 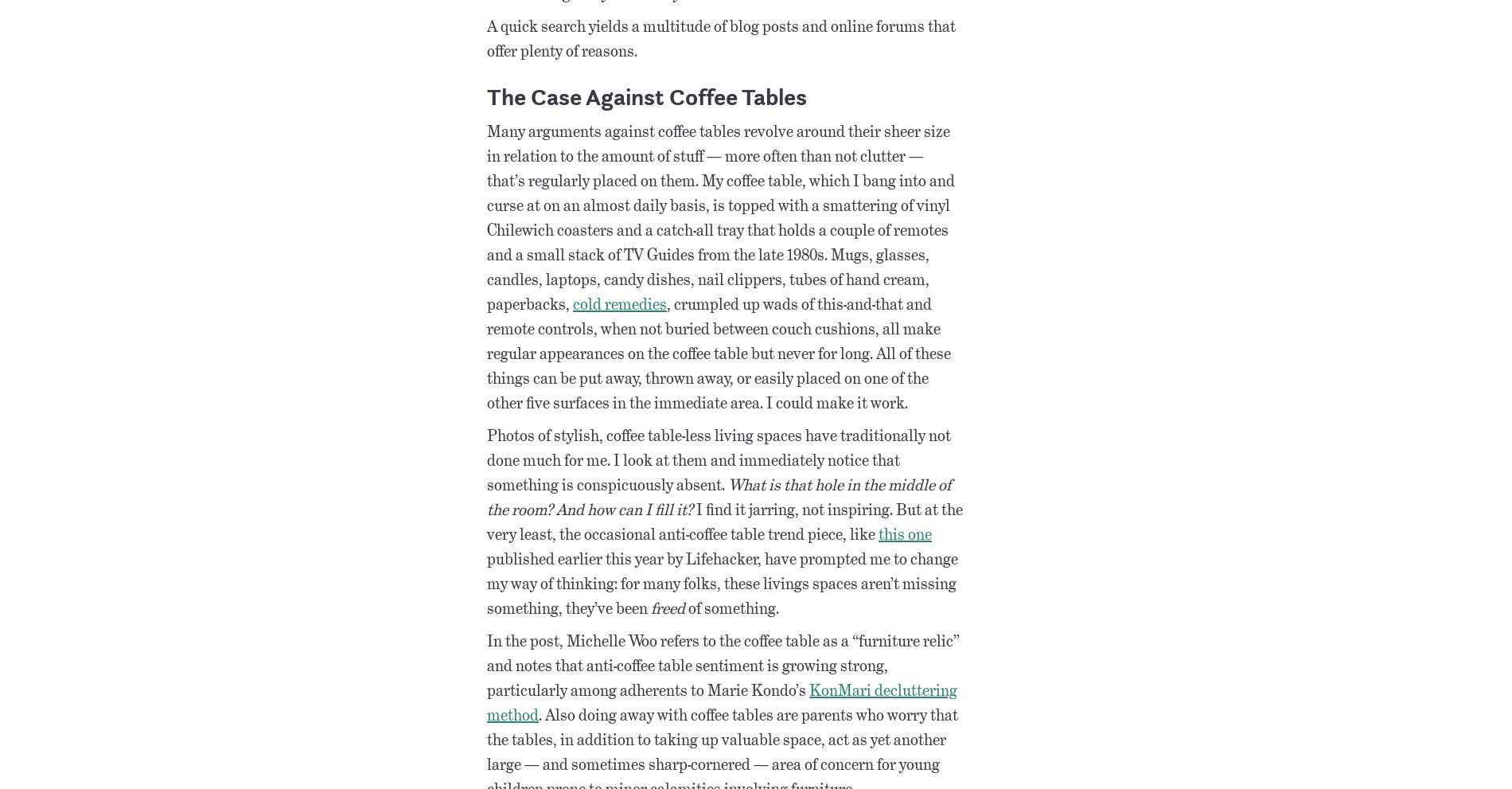 What do you see at coordinates (722, 665) in the screenshot?
I see `'In the post, Michelle Woo refers to the coffee table as a “furniture relic” and notes that anti-coffee table sentiment is growing strong, particularly among adherents to Marie Kondo’s'` at bounding box center [722, 665].